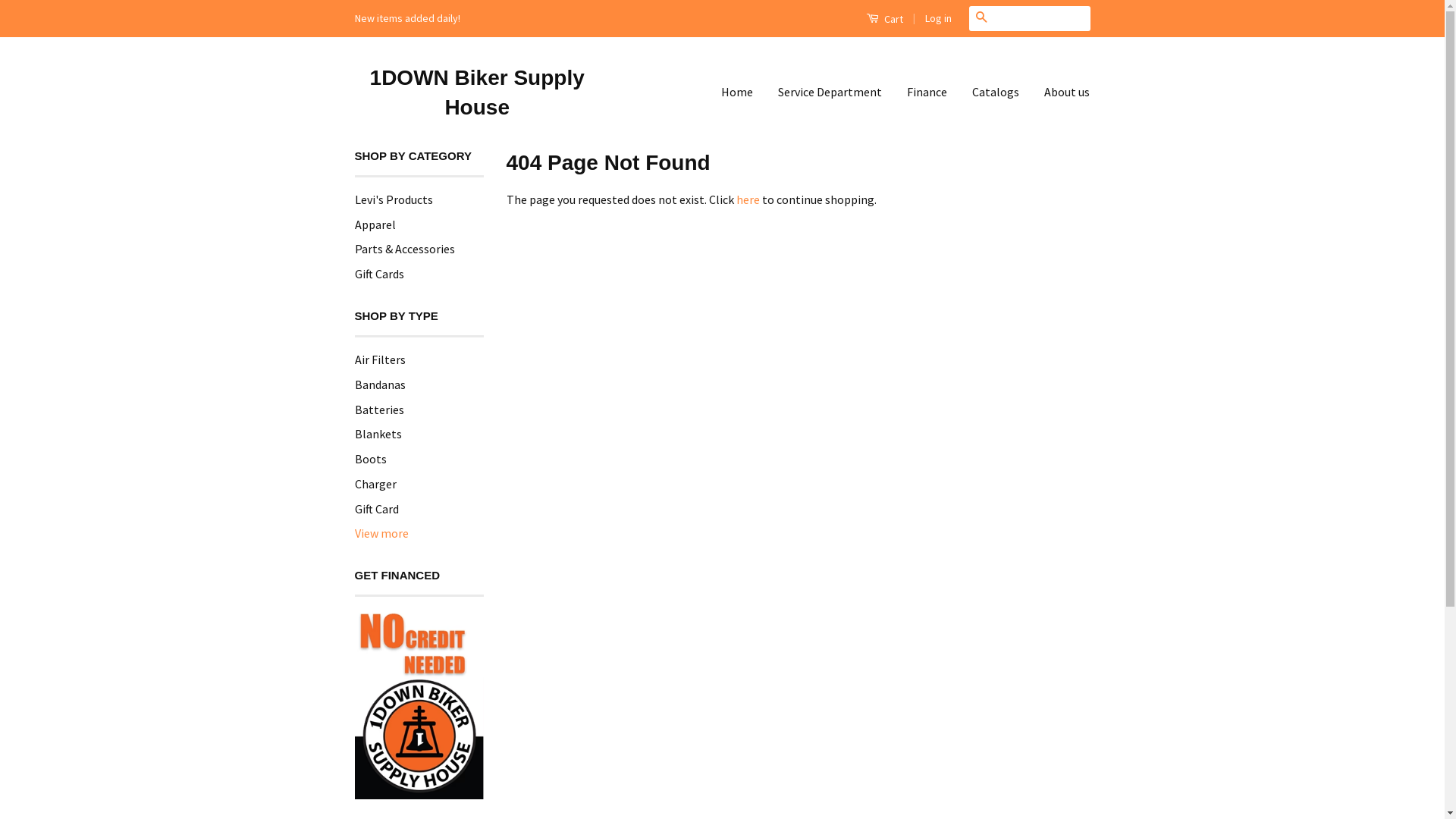 This screenshot has width=1456, height=819. Describe the element at coordinates (747, 198) in the screenshot. I see `'here'` at that location.